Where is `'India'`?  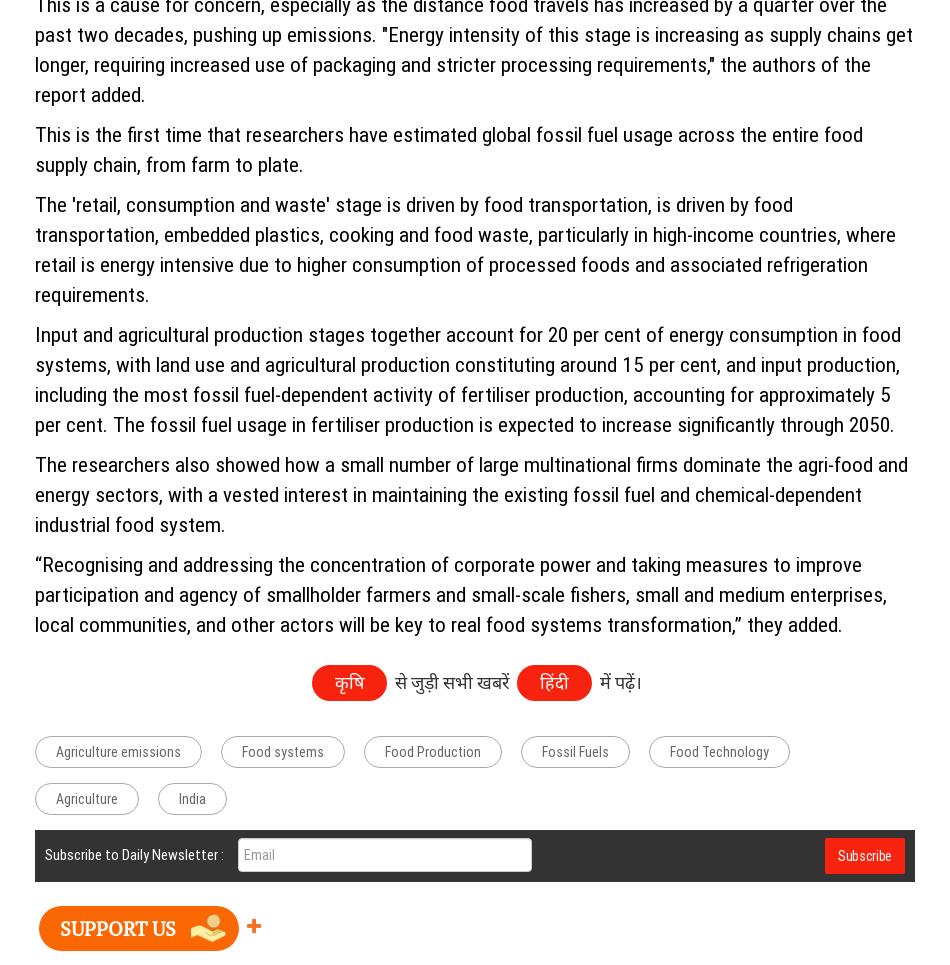 'India' is located at coordinates (192, 799).